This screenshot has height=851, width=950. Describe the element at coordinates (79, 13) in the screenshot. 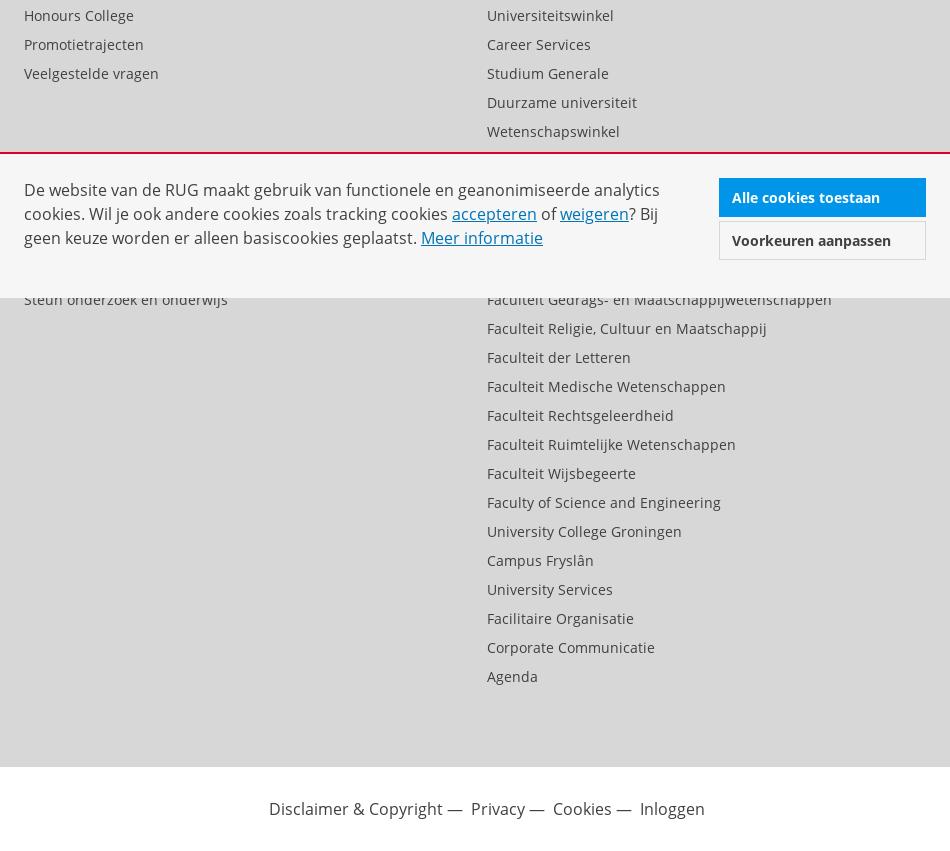

I see `'Honours College'` at that location.